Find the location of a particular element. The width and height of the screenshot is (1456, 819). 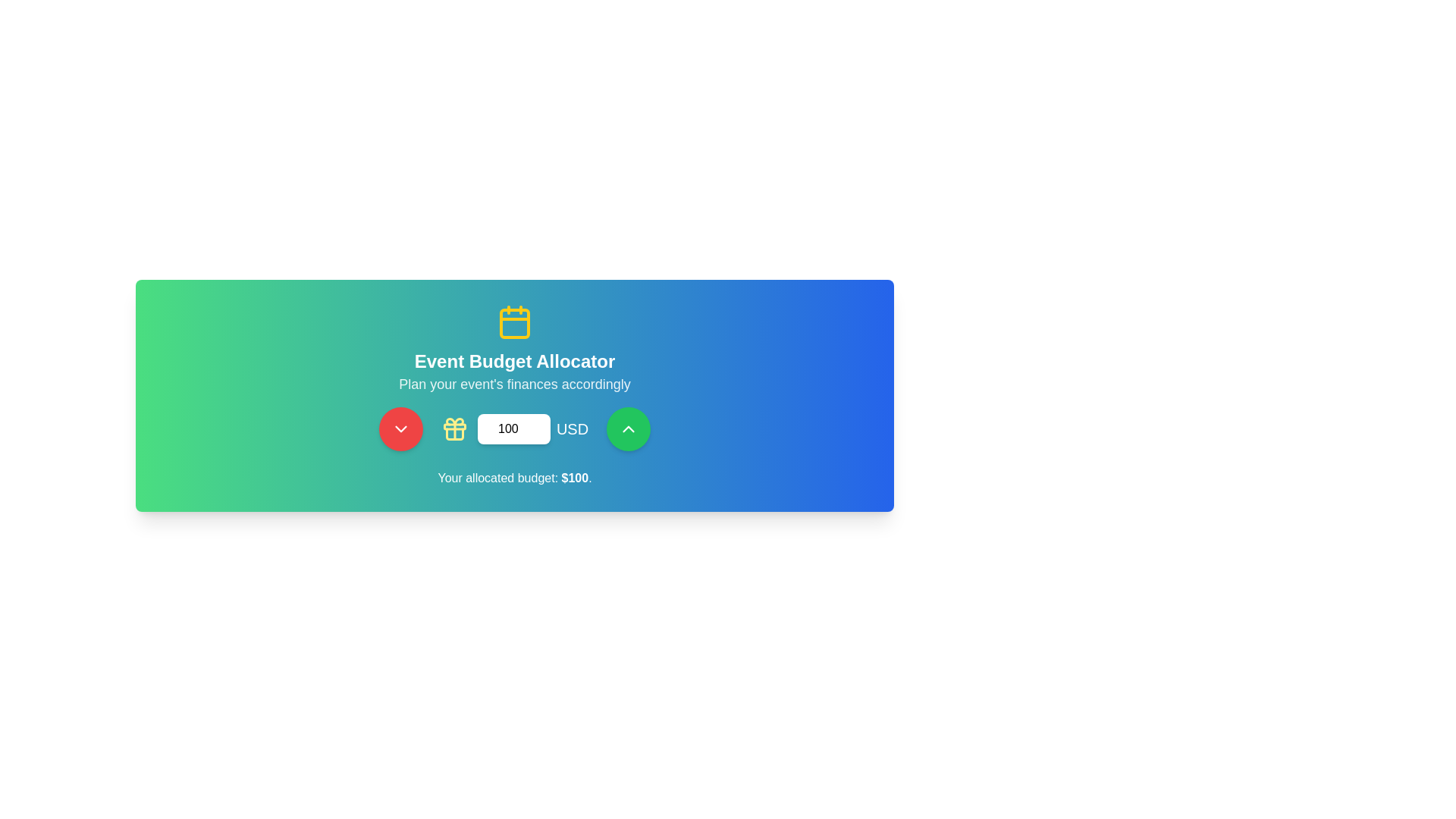

the text label providing context for the 'Event Budget Allocator', which is positioned centrally below the main heading is located at coordinates (514, 383).